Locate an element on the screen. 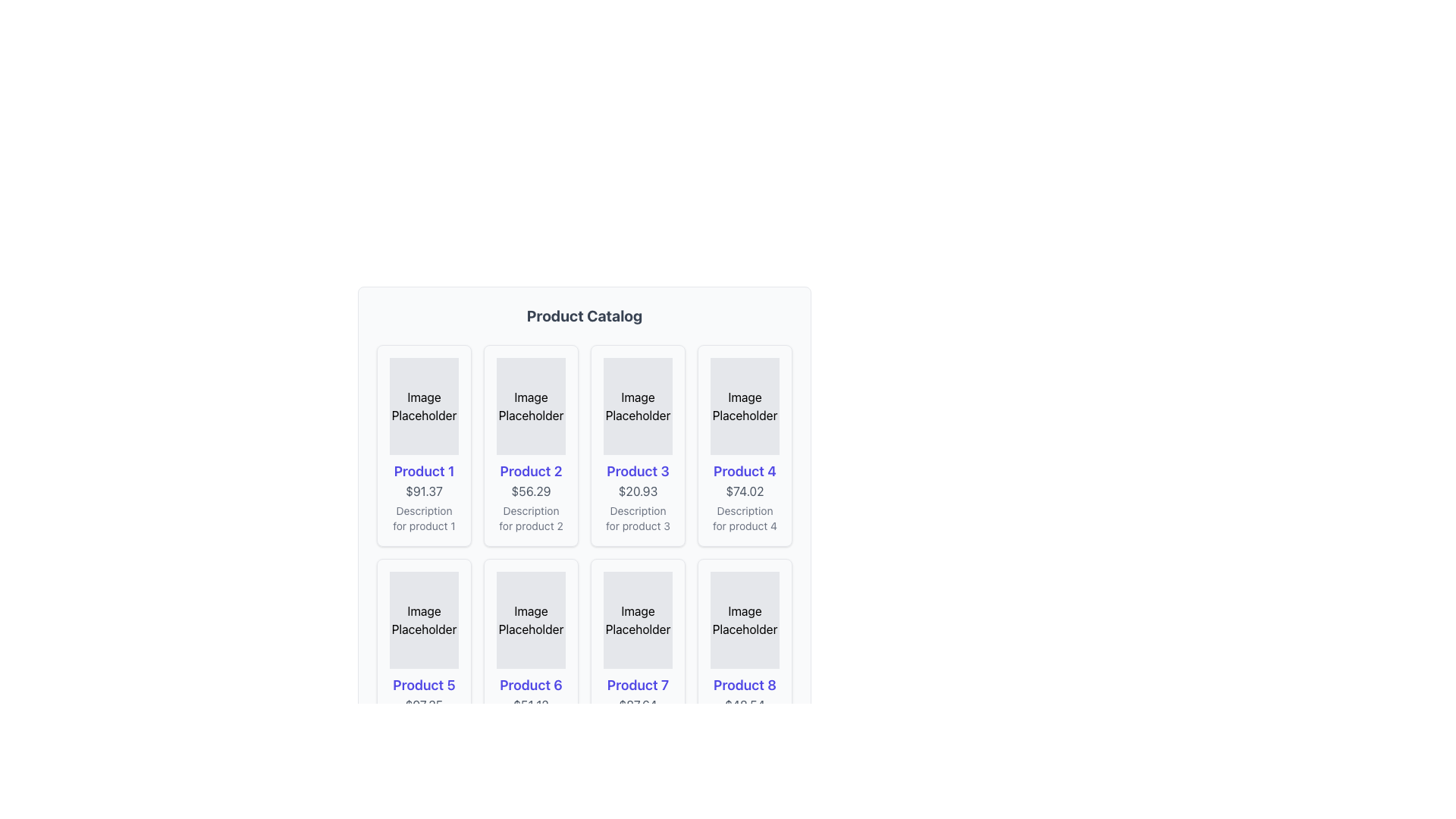 This screenshot has height=819, width=1456. the Image Placeholder is located at coordinates (638, 620).